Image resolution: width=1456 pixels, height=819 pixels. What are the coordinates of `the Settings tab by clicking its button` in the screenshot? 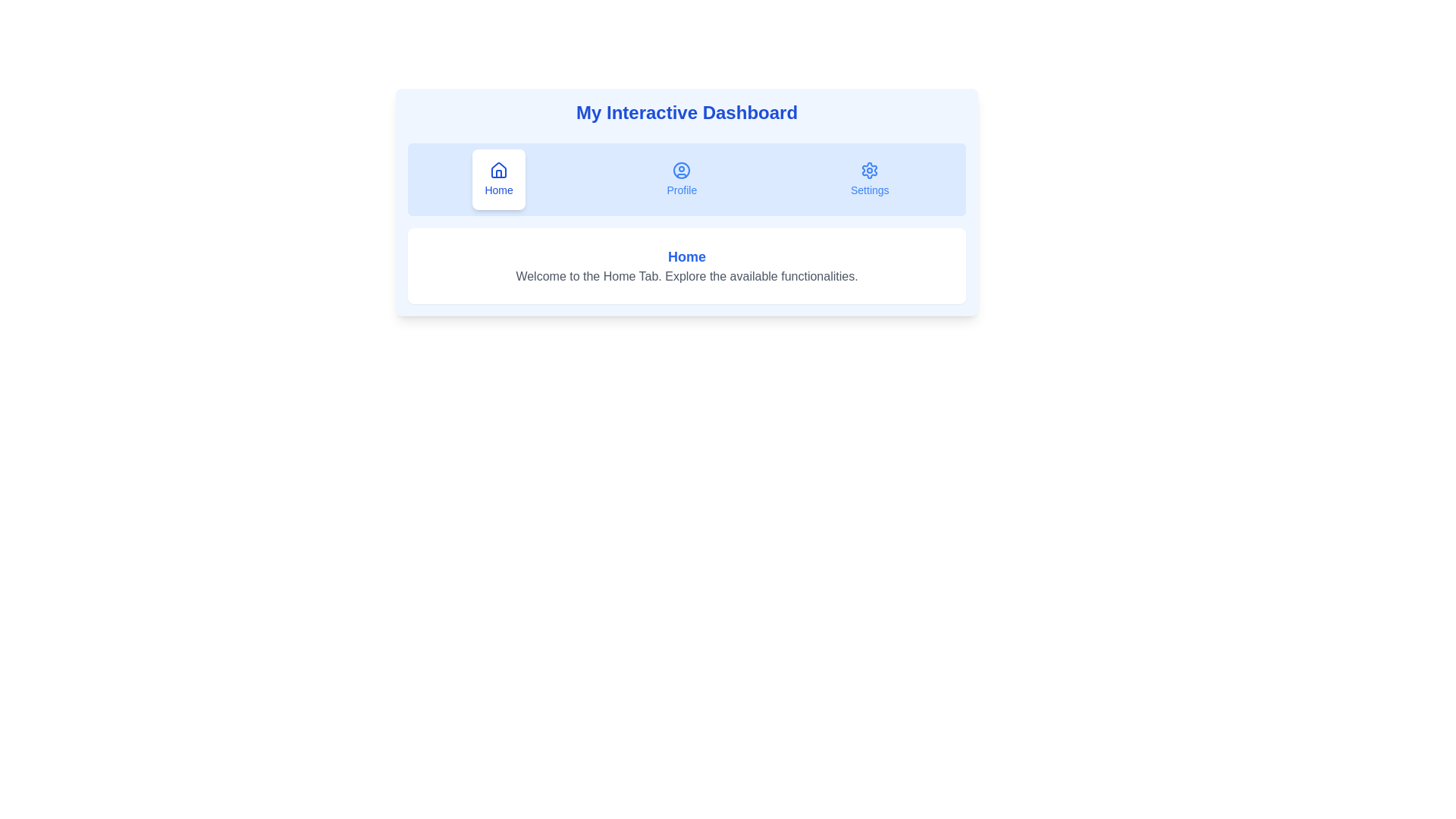 It's located at (870, 178).